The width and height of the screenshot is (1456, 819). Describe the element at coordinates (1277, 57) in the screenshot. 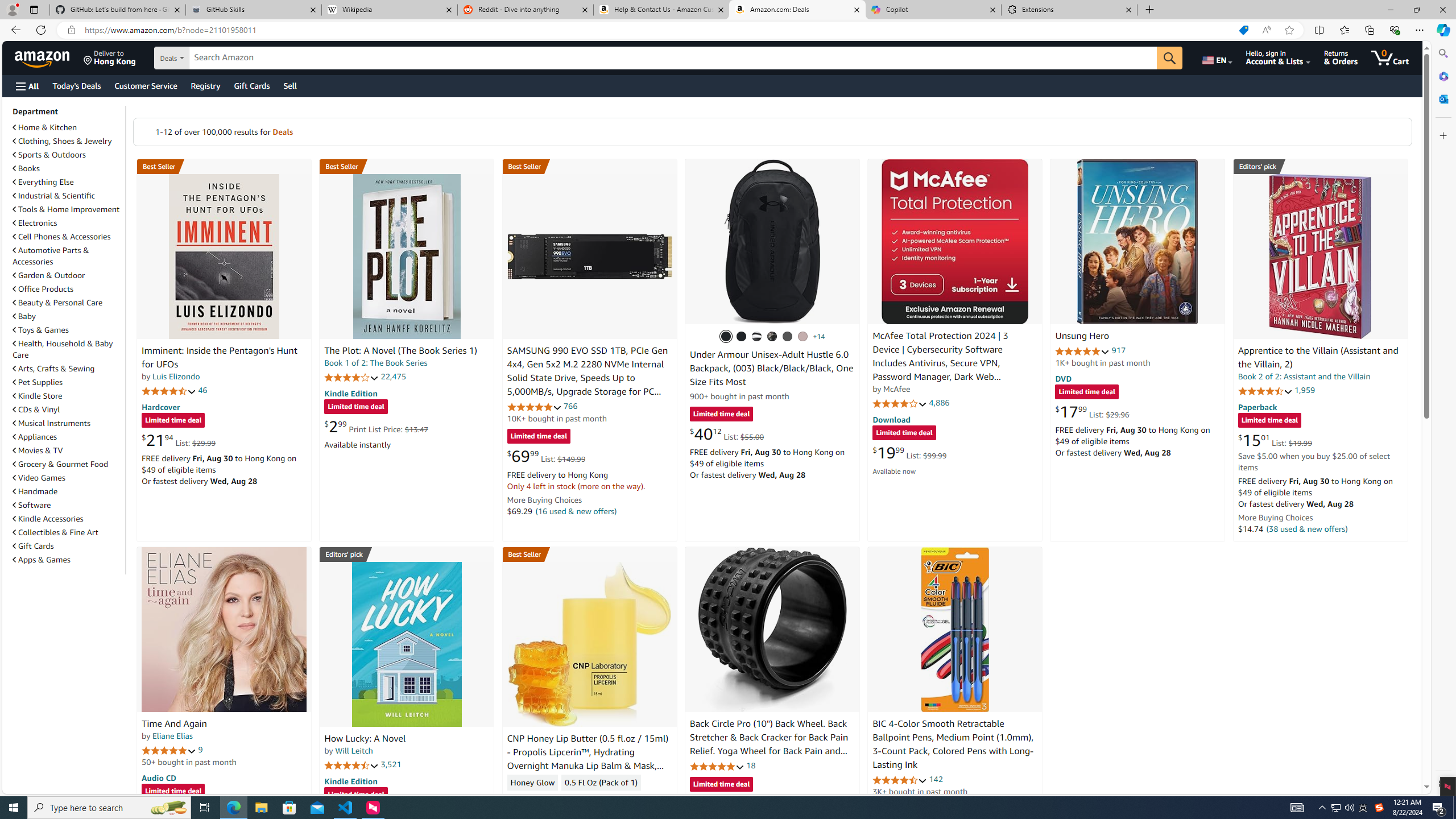

I see `'Hello, sign in Account & Lists'` at that location.